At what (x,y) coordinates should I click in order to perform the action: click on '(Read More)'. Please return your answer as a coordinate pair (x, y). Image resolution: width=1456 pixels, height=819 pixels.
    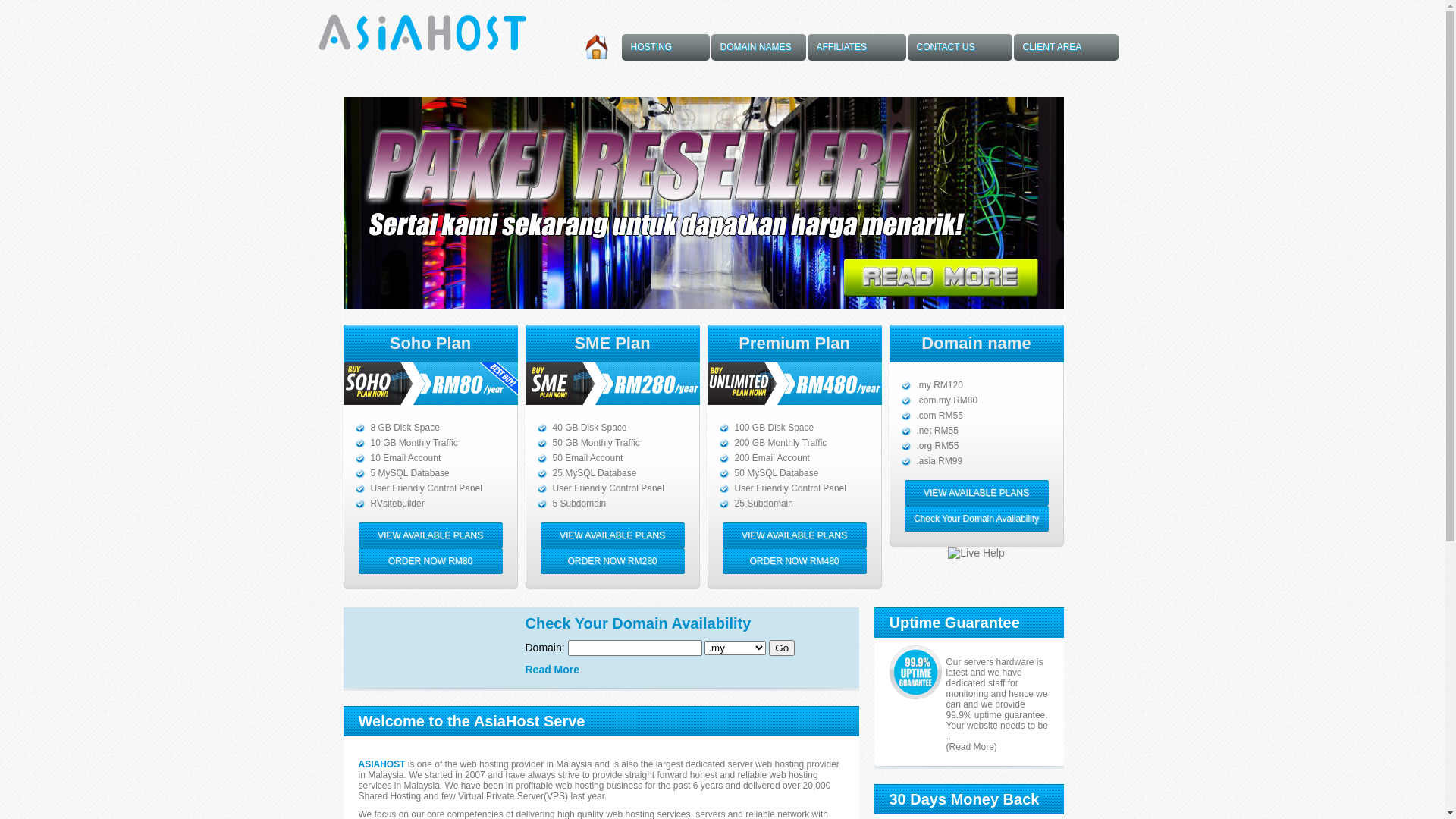
    Looking at the image, I should click on (971, 745).